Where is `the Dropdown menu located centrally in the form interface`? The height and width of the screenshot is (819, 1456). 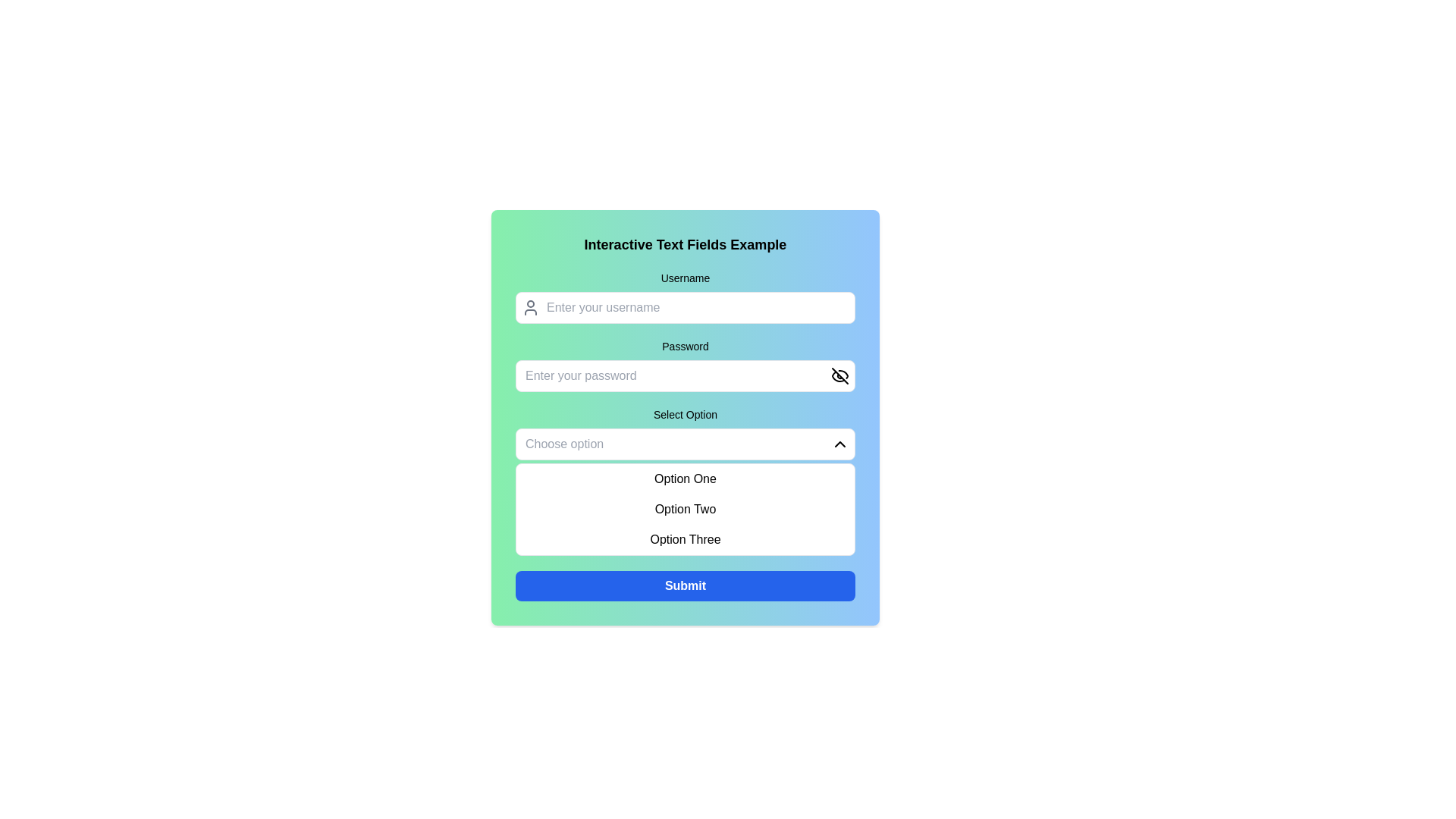
the Dropdown menu located centrally in the form interface is located at coordinates (684, 482).